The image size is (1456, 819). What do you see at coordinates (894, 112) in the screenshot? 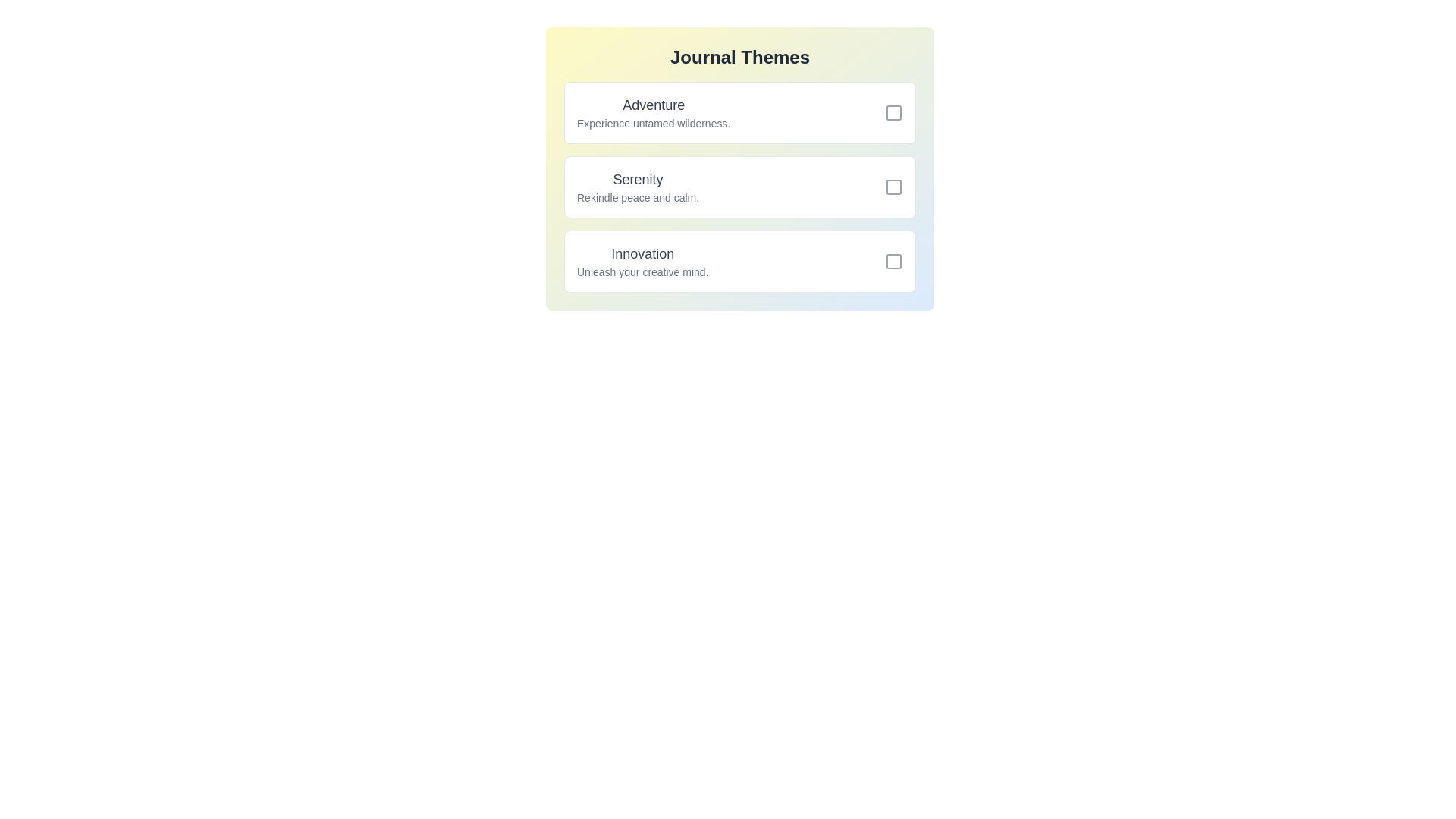
I see `the checkbox indicator for the 'Adventure' journal theme option` at bounding box center [894, 112].